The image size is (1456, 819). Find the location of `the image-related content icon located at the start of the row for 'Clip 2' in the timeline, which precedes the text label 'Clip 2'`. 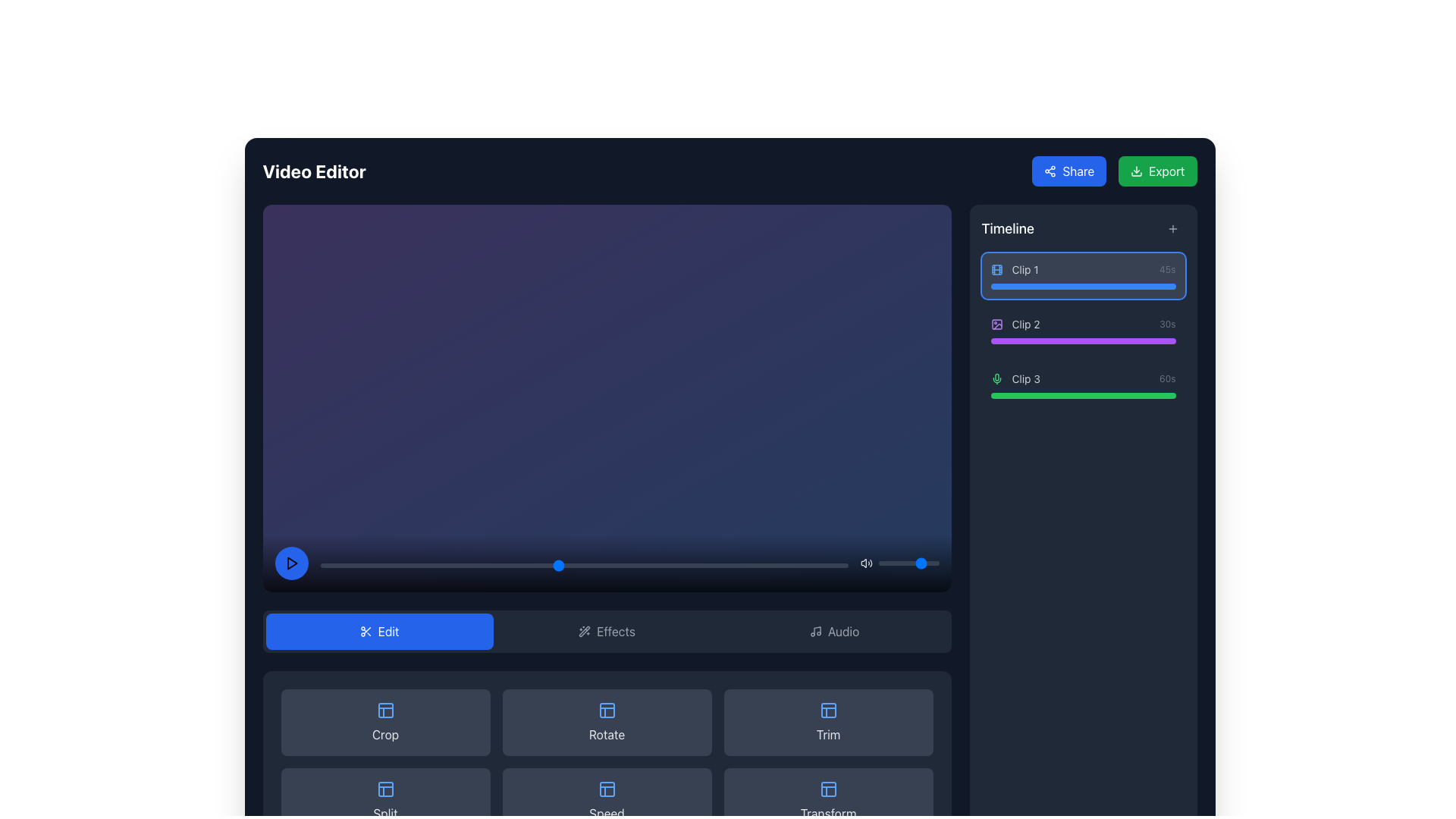

the image-related content icon located at the start of the row for 'Clip 2' in the timeline, which precedes the text label 'Clip 2' is located at coordinates (996, 324).